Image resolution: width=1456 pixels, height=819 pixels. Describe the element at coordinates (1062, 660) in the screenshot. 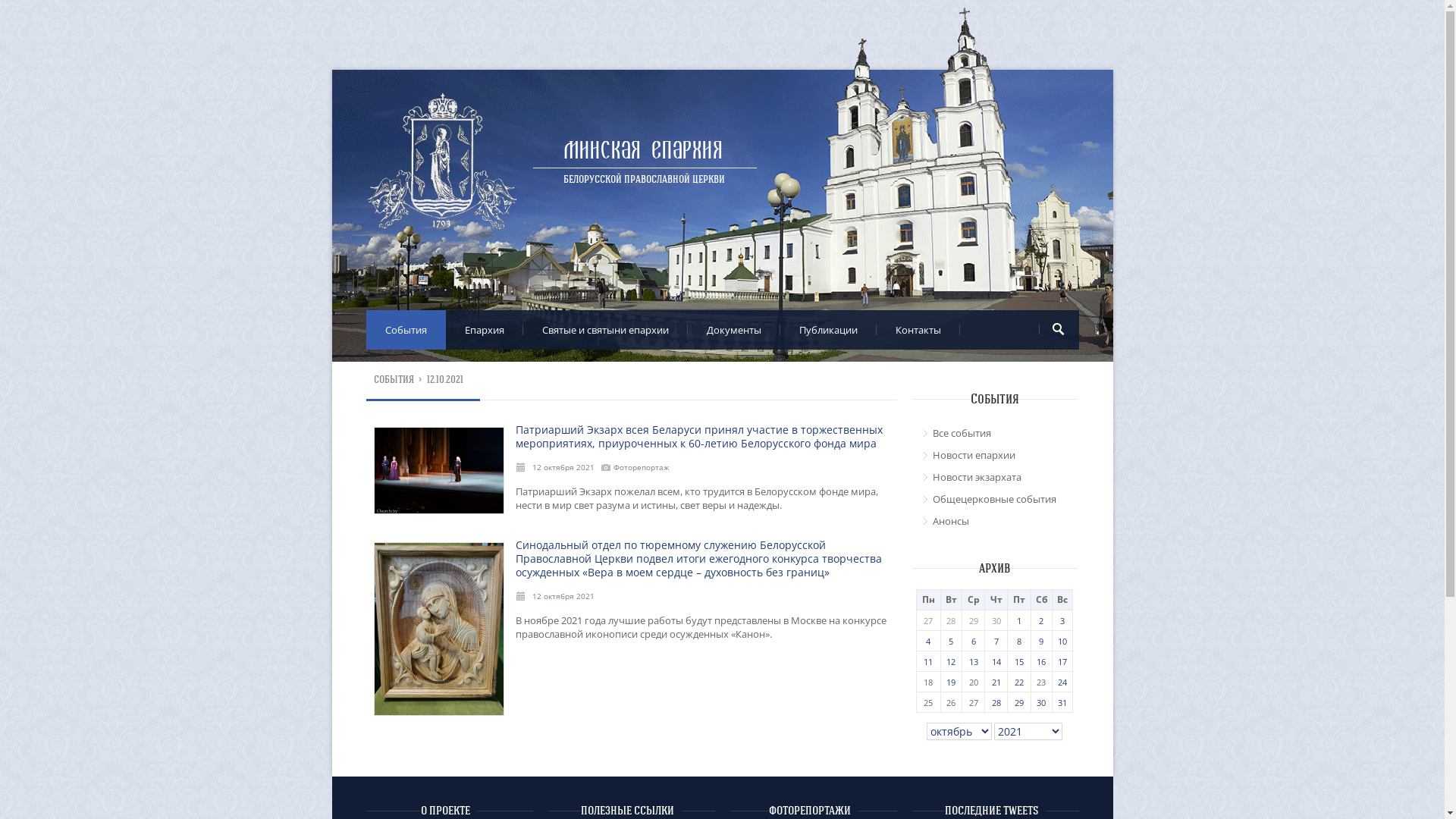

I see `'17'` at that location.